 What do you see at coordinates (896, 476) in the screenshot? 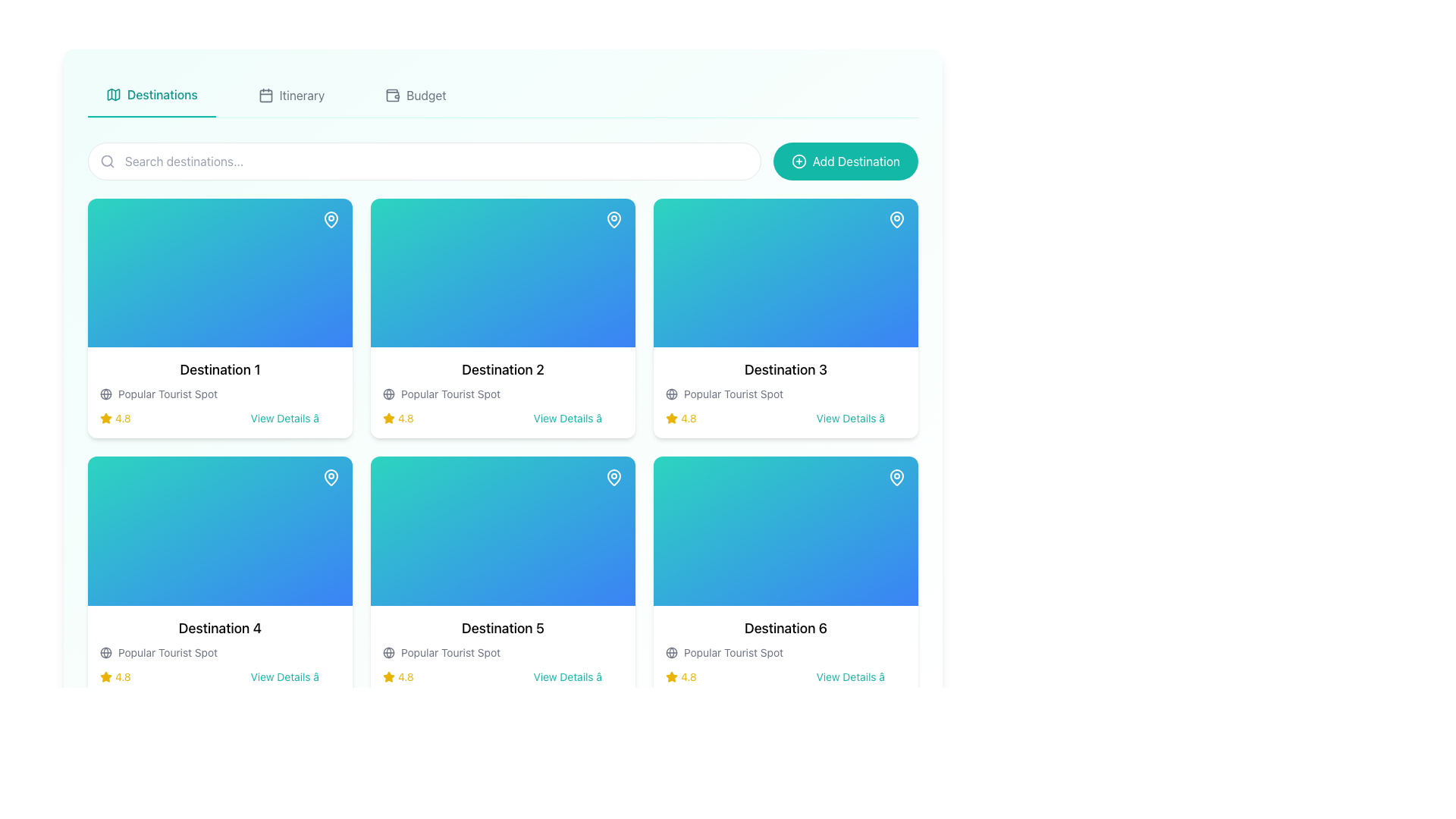
I see `the icon located at the top-right corner of the card labeled 'Destination 6' in the bottom-right corner of the grid layout` at bounding box center [896, 476].